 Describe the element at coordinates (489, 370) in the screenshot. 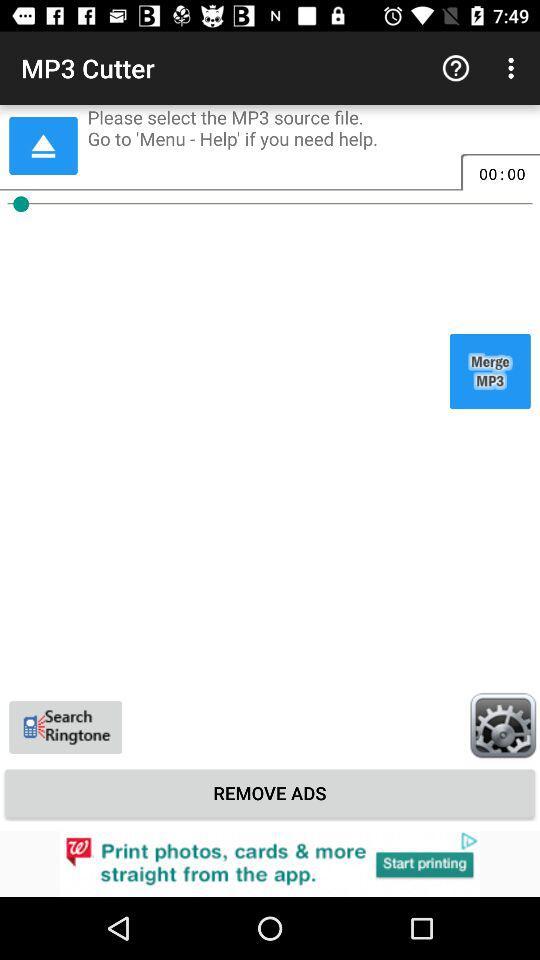

I see `merge mp3 files` at that location.